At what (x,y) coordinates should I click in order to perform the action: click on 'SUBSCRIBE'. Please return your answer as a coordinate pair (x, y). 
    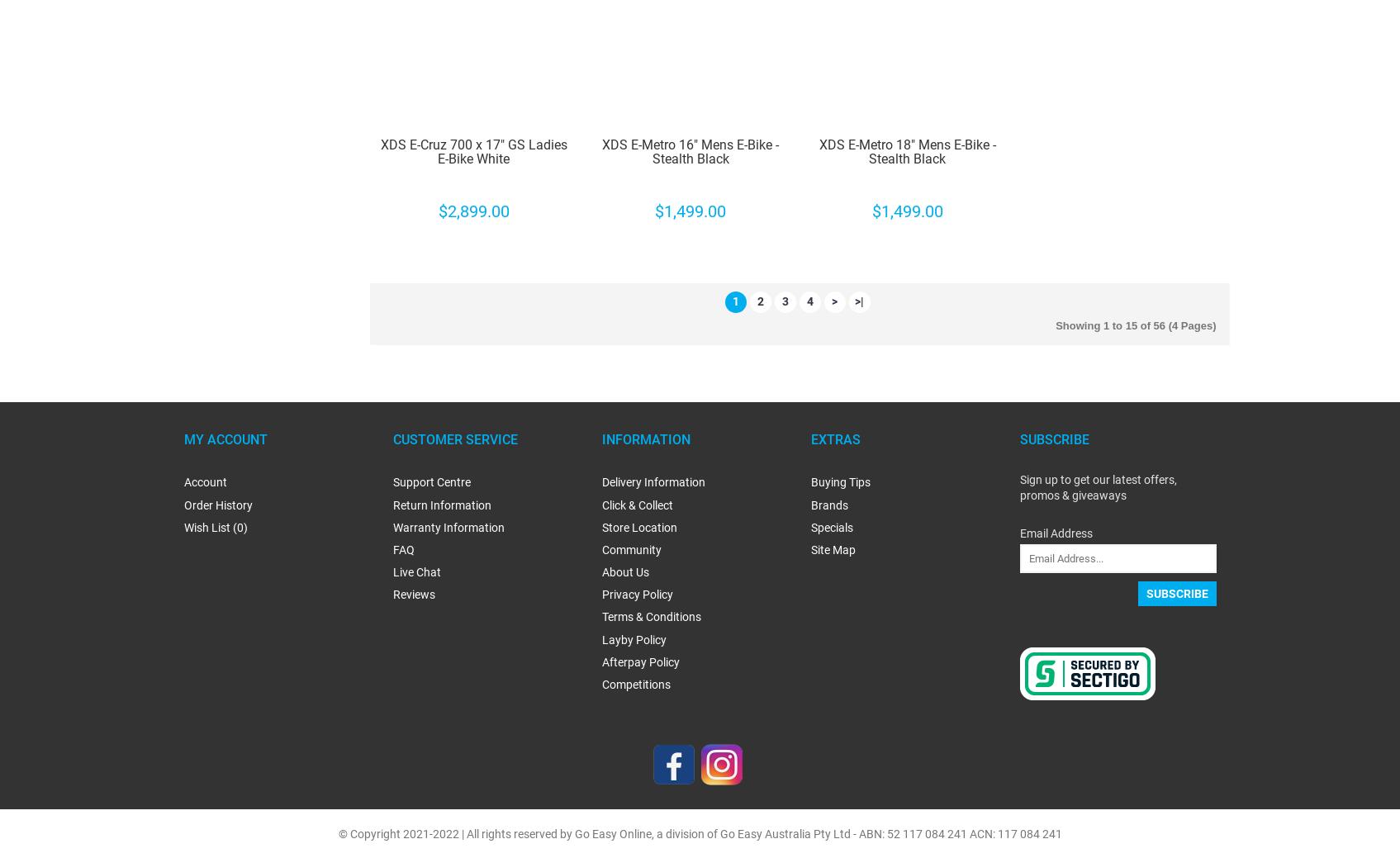
    Looking at the image, I should click on (1052, 438).